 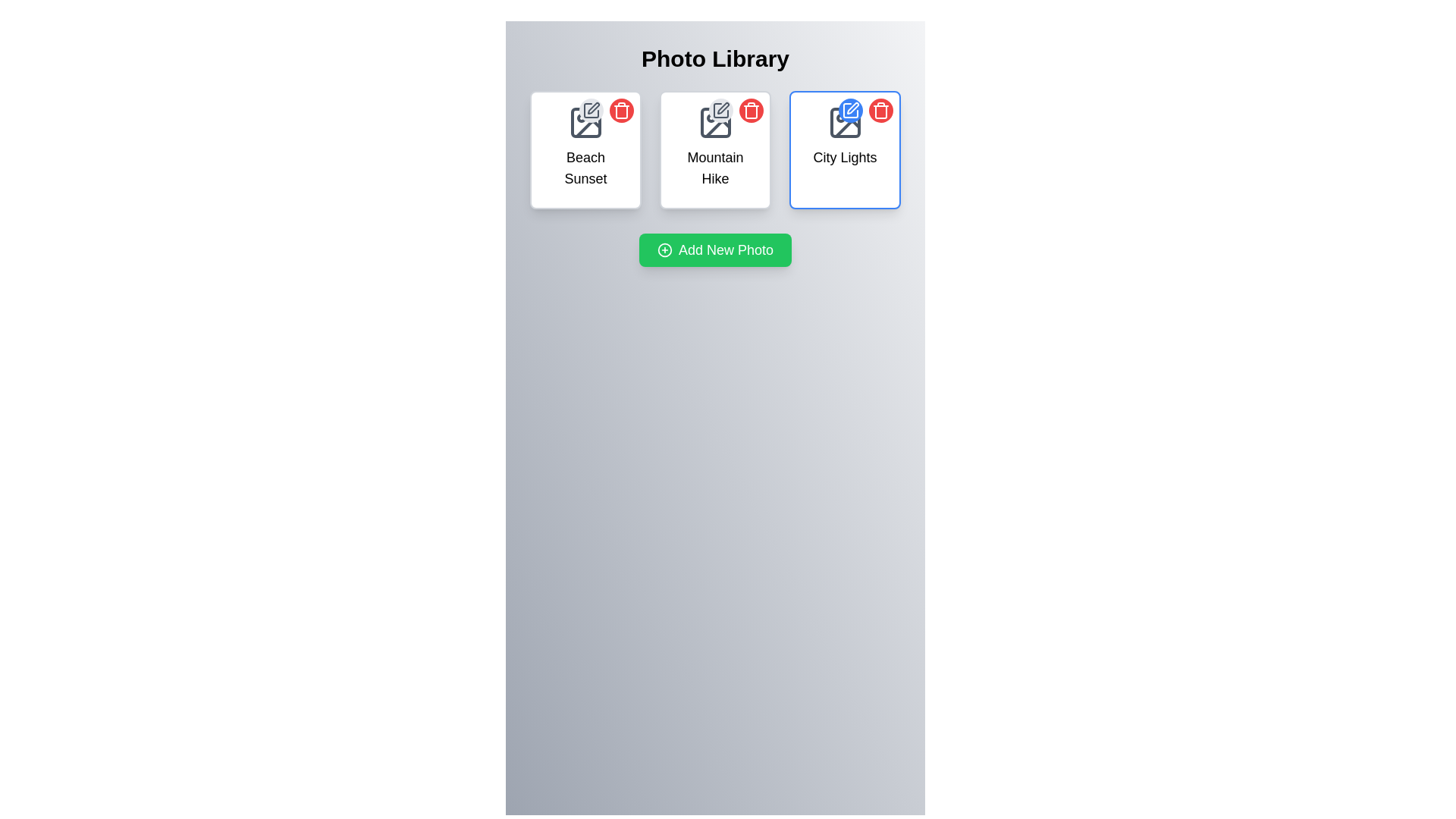 What do you see at coordinates (714, 249) in the screenshot?
I see `keyboard navigation` at bounding box center [714, 249].